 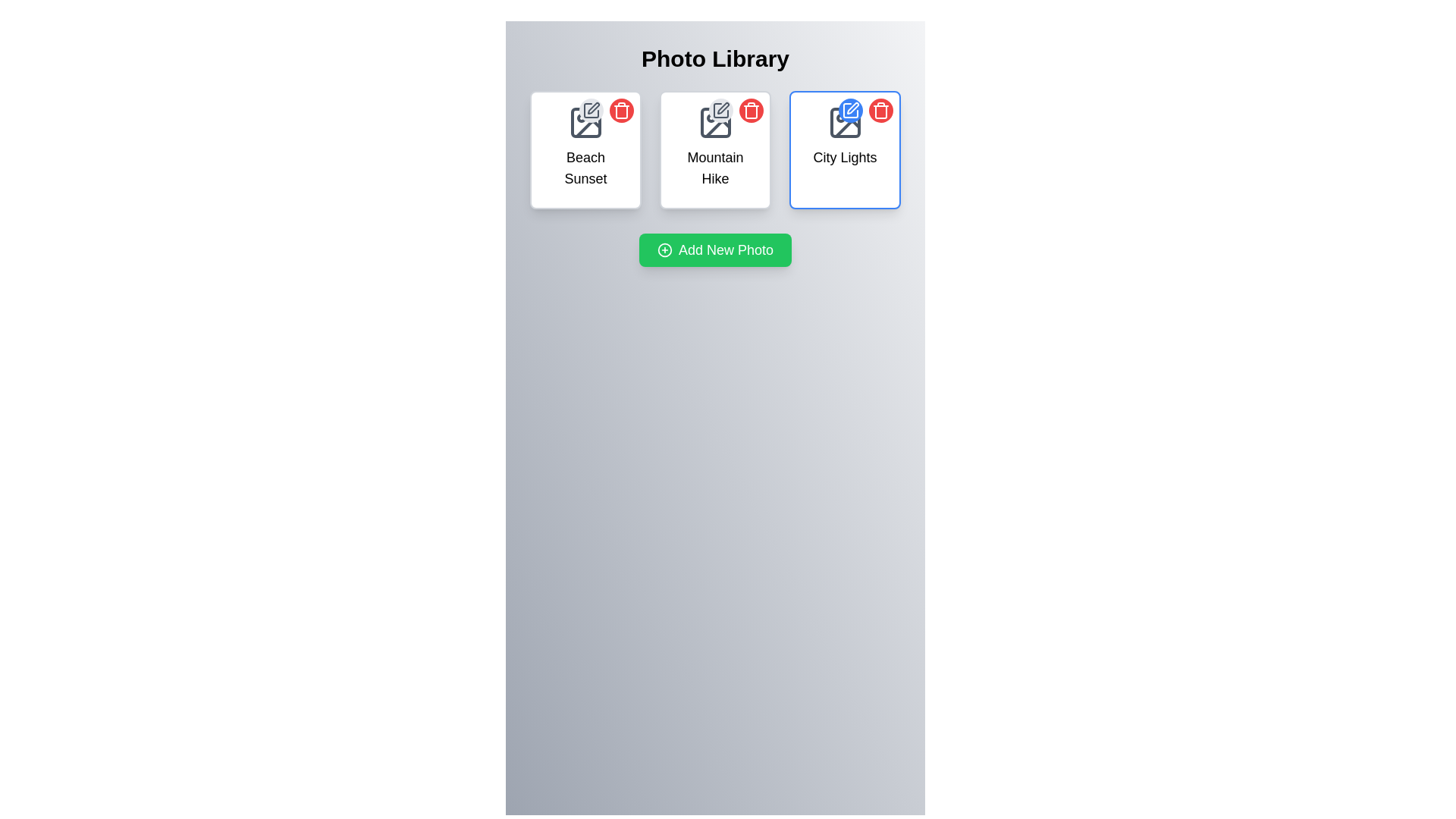 What do you see at coordinates (714, 249) in the screenshot?
I see `keyboard navigation` at bounding box center [714, 249].